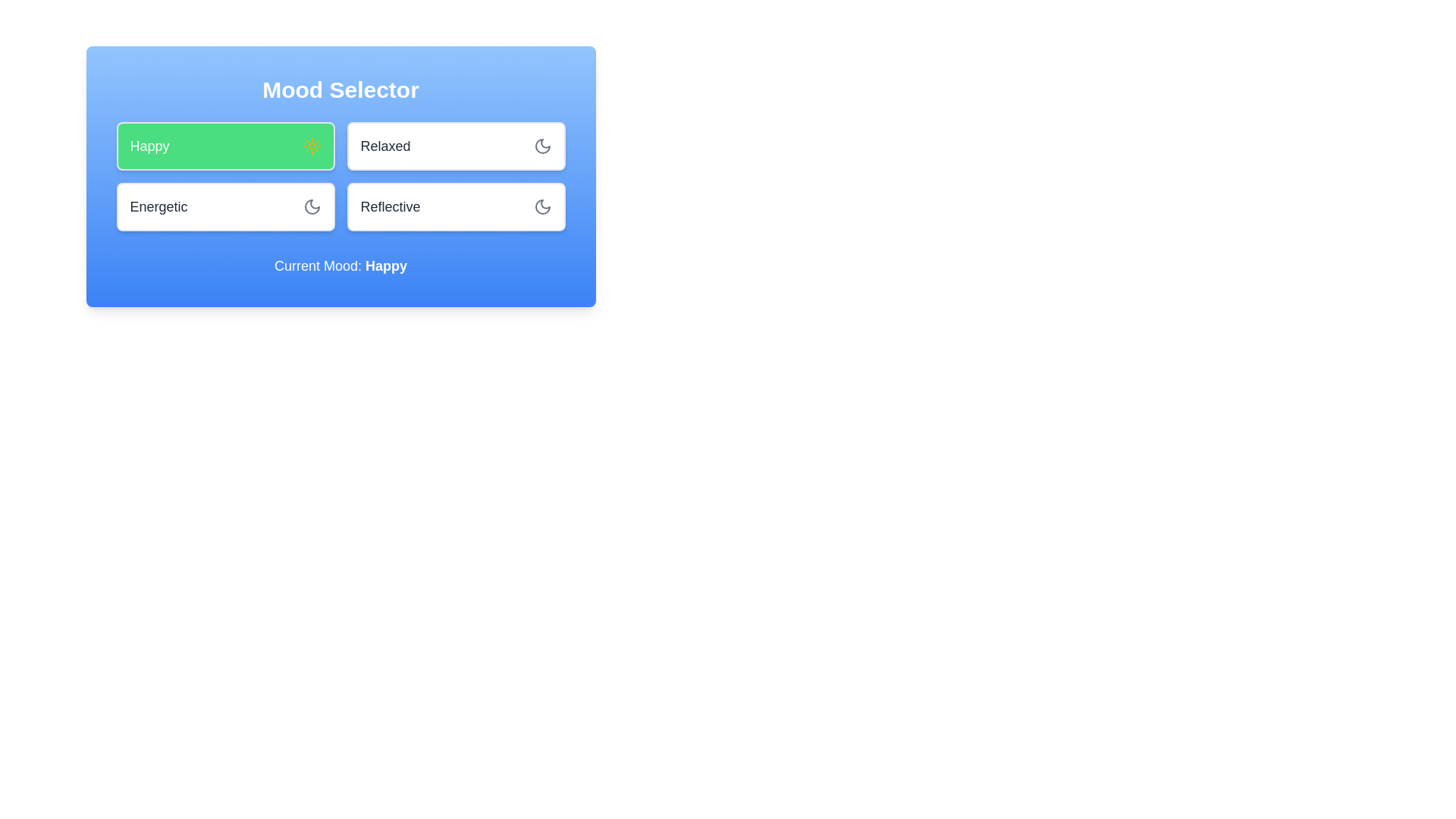 The width and height of the screenshot is (1456, 819). Describe the element at coordinates (542, 146) in the screenshot. I see `the icon representing the mood Relaxed` at that location.